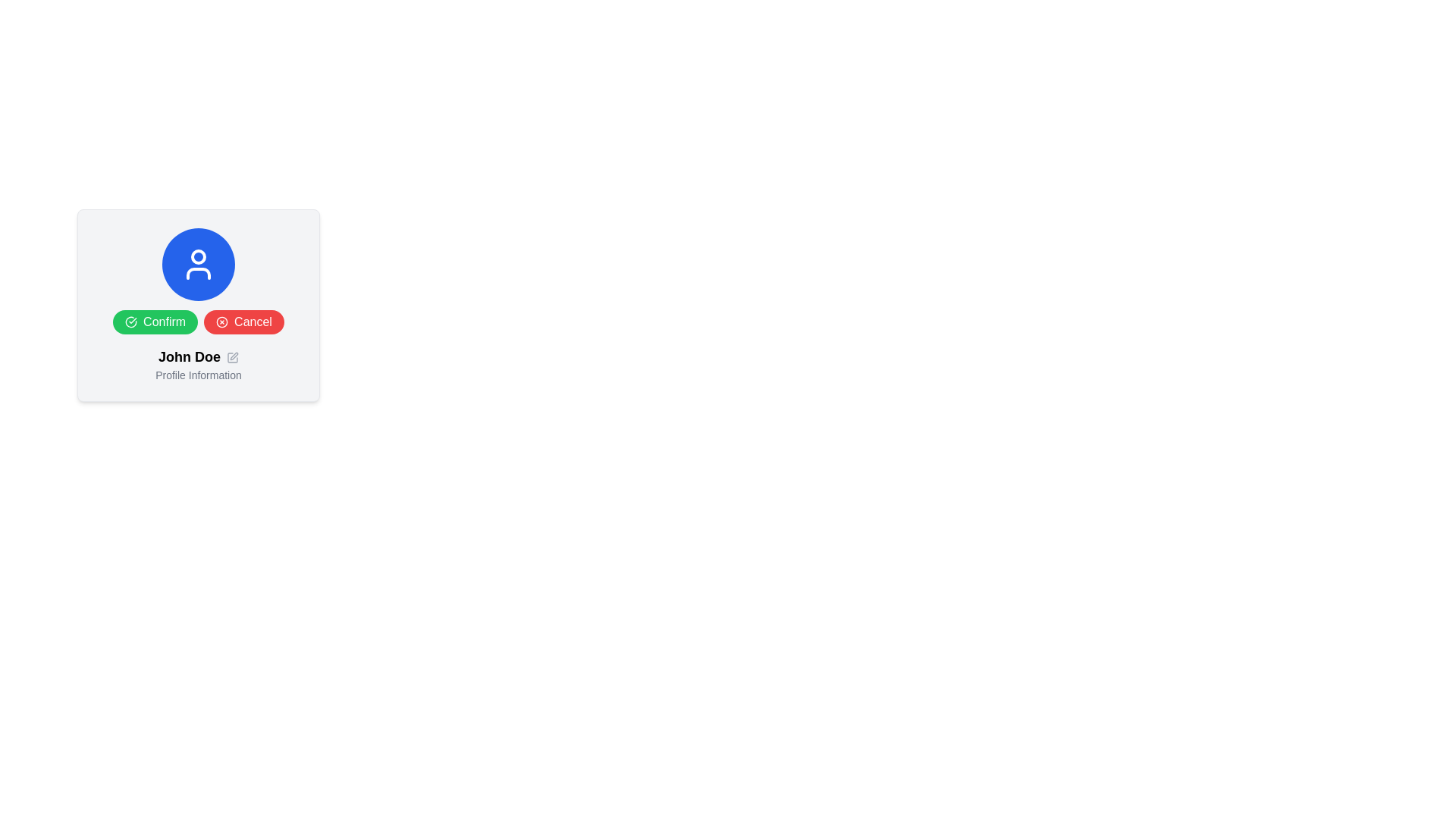 This screenshot has height=819, width=1456. I want to click on the circular user icon with a white head-and-shoulders symbol on a blue background, located near the top center of the UI panel, so click(198, 263).